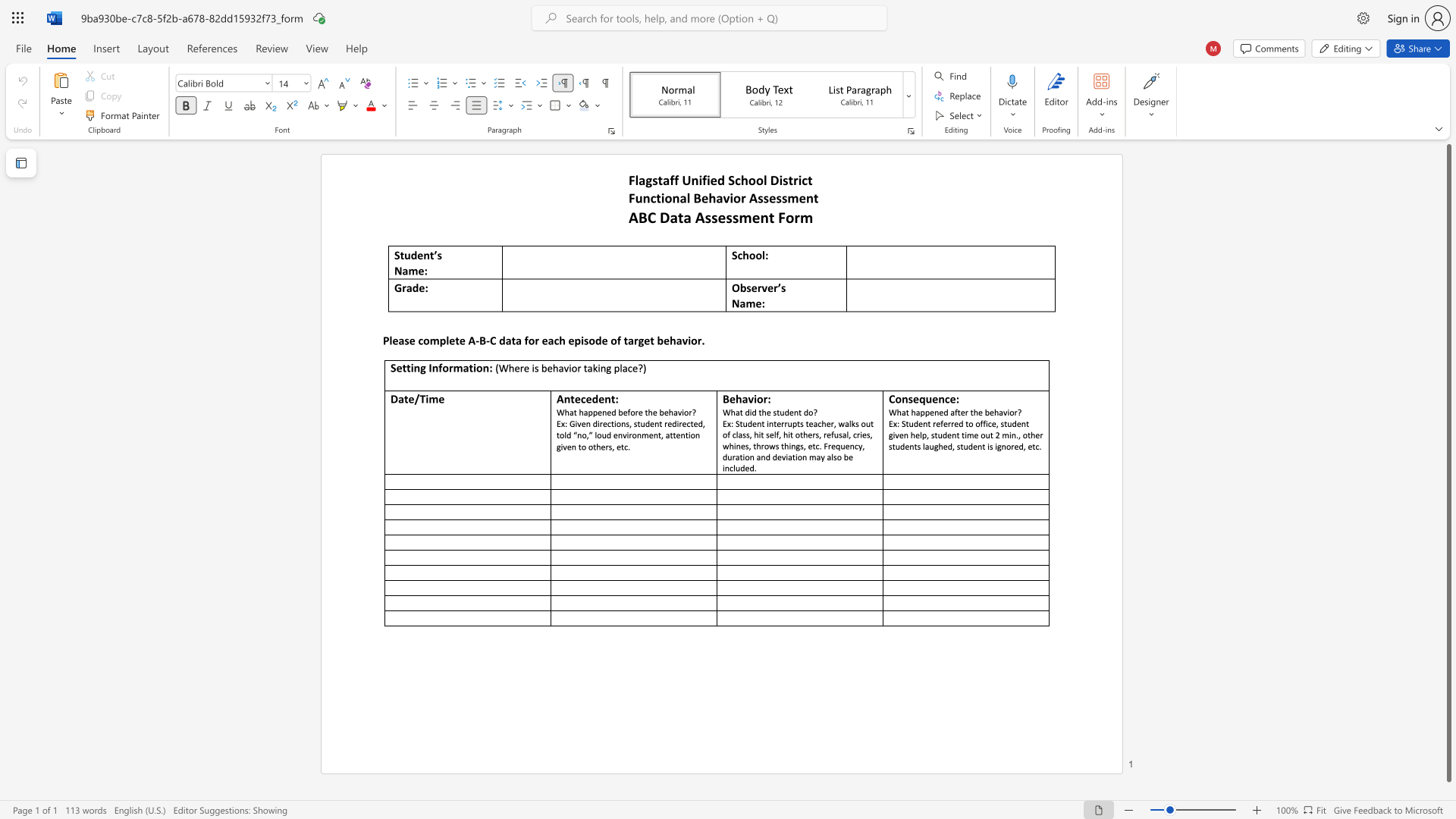 Image resolution: width=1456 pixels, height=819 pixels. Describe the element at coordinates (735, 179) in the screenshot. I see `the subset text "chool Dist" within the text "Flagstaff Unified School District"` at that location.